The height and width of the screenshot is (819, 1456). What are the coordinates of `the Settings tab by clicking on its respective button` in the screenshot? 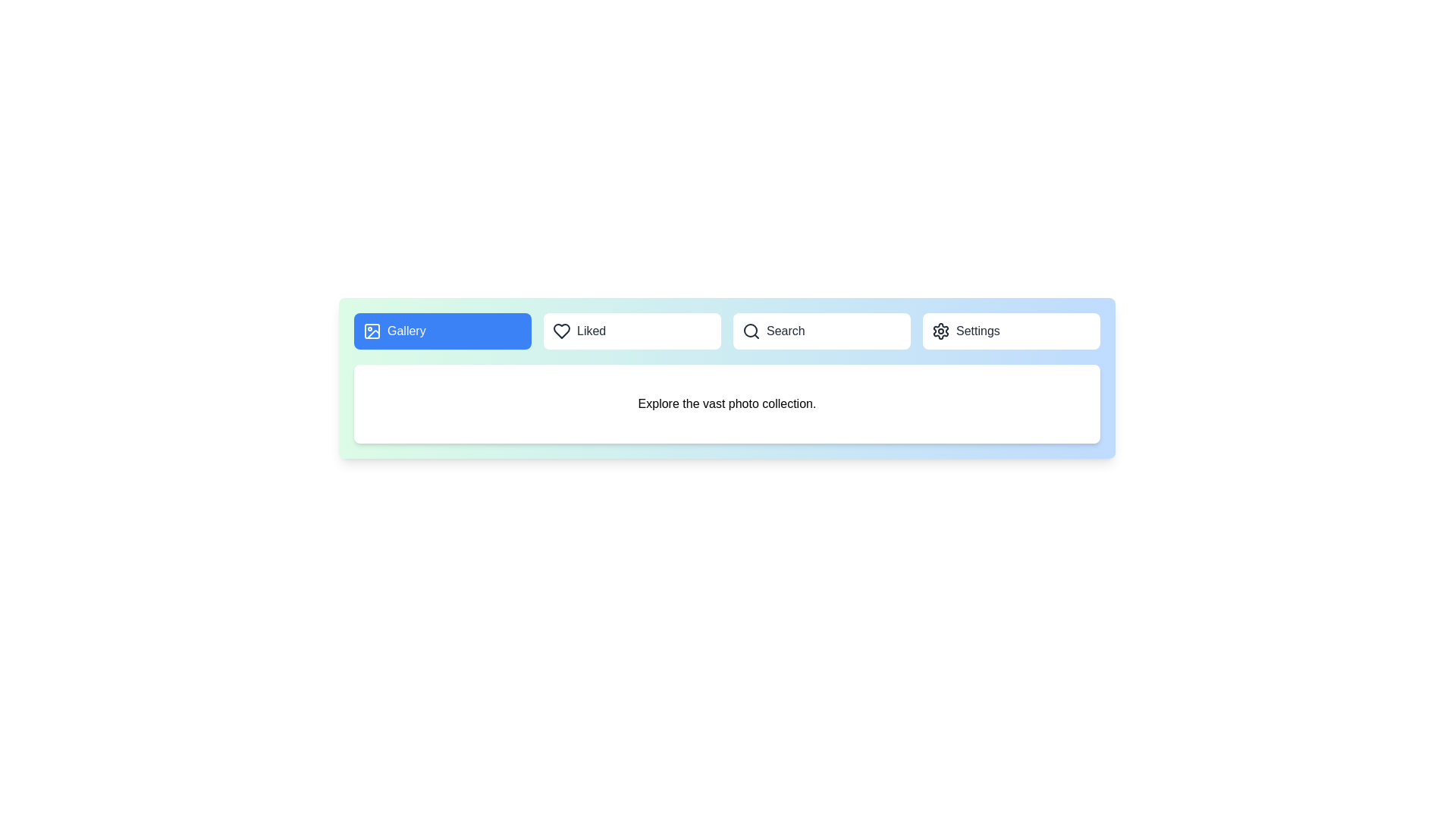 It's located at (1012, 330).